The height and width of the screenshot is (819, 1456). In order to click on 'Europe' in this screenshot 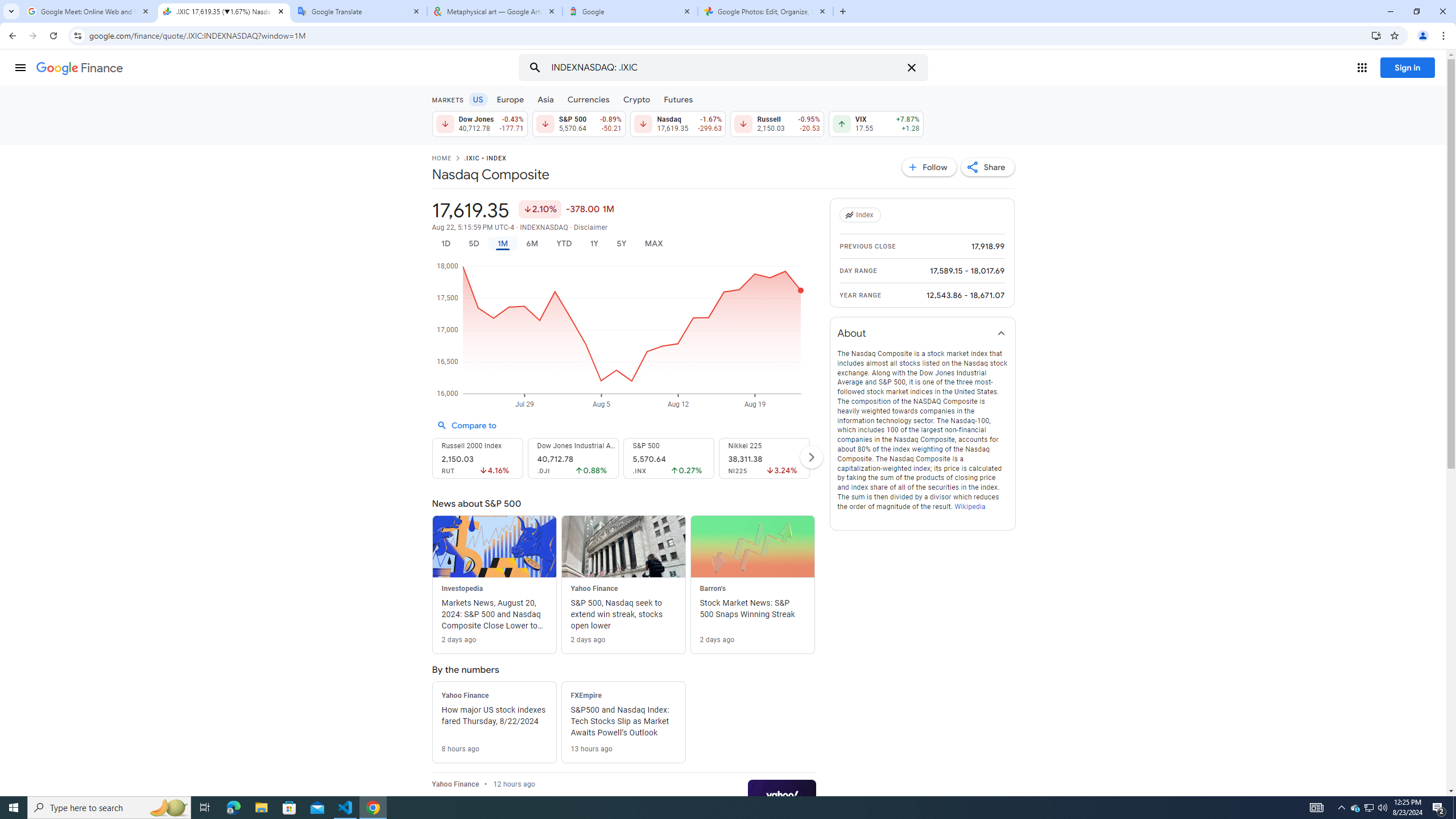, I will do `click(510, 98)`.